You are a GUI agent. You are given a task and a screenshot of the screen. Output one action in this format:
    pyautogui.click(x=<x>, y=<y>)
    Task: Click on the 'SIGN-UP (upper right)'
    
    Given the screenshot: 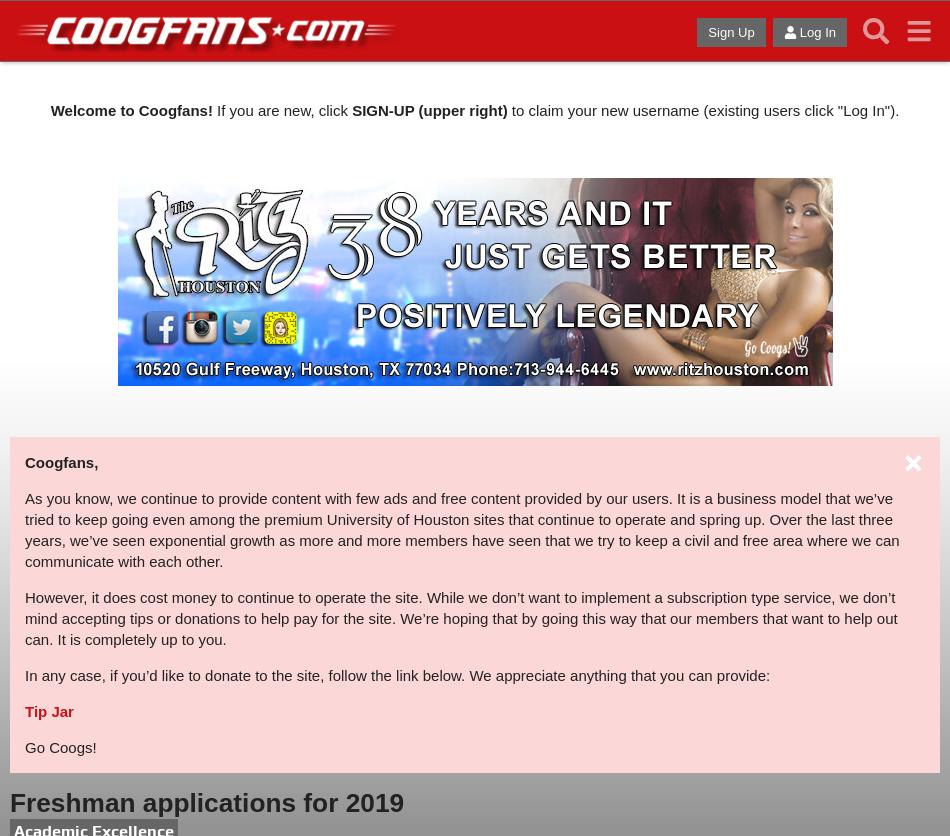 What is the action you would take?
    pyautogui.click(x=350, y=108)
    